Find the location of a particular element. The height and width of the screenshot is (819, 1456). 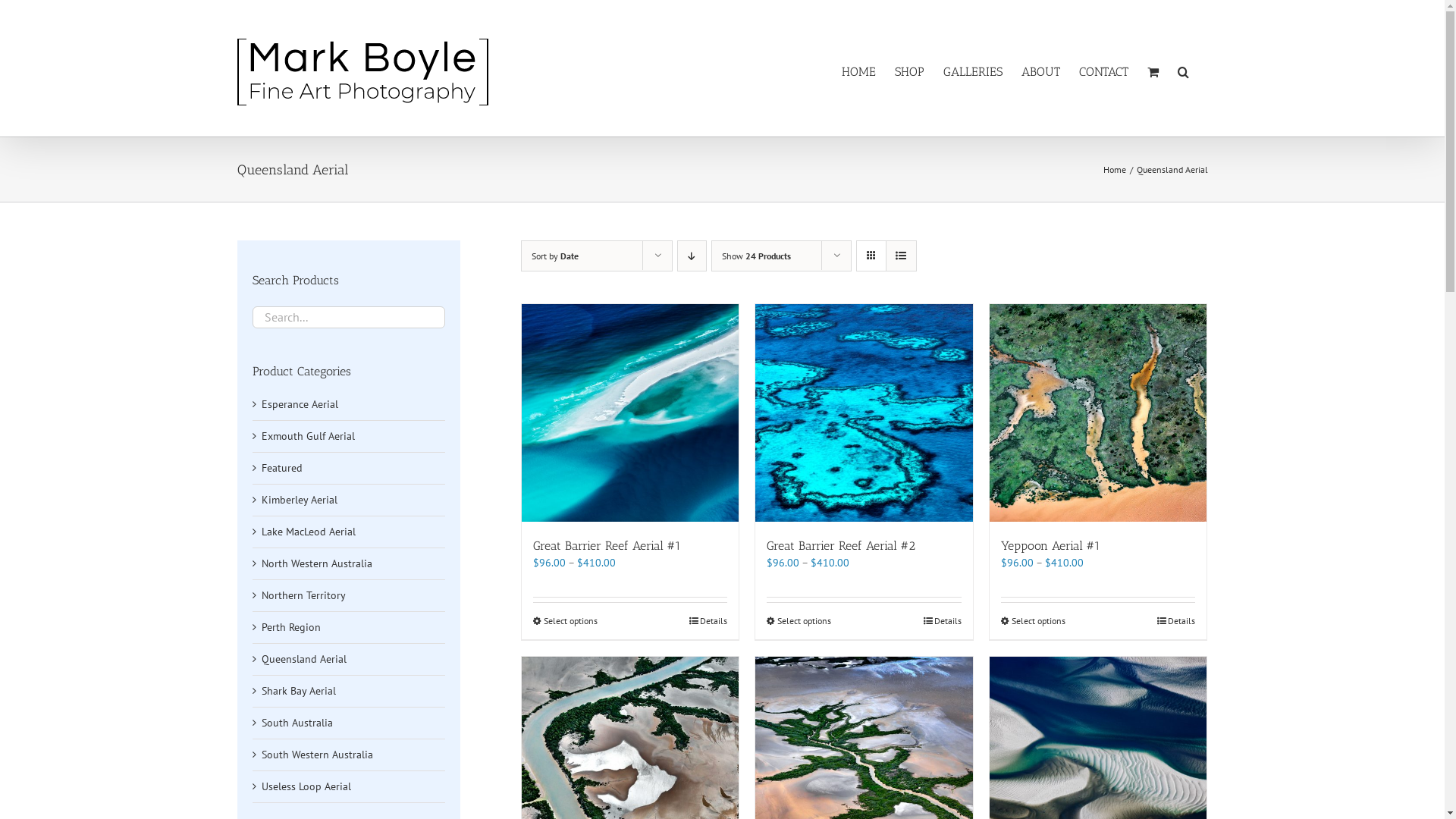

'Show 24 Products' is located at coordinates (756, 255).